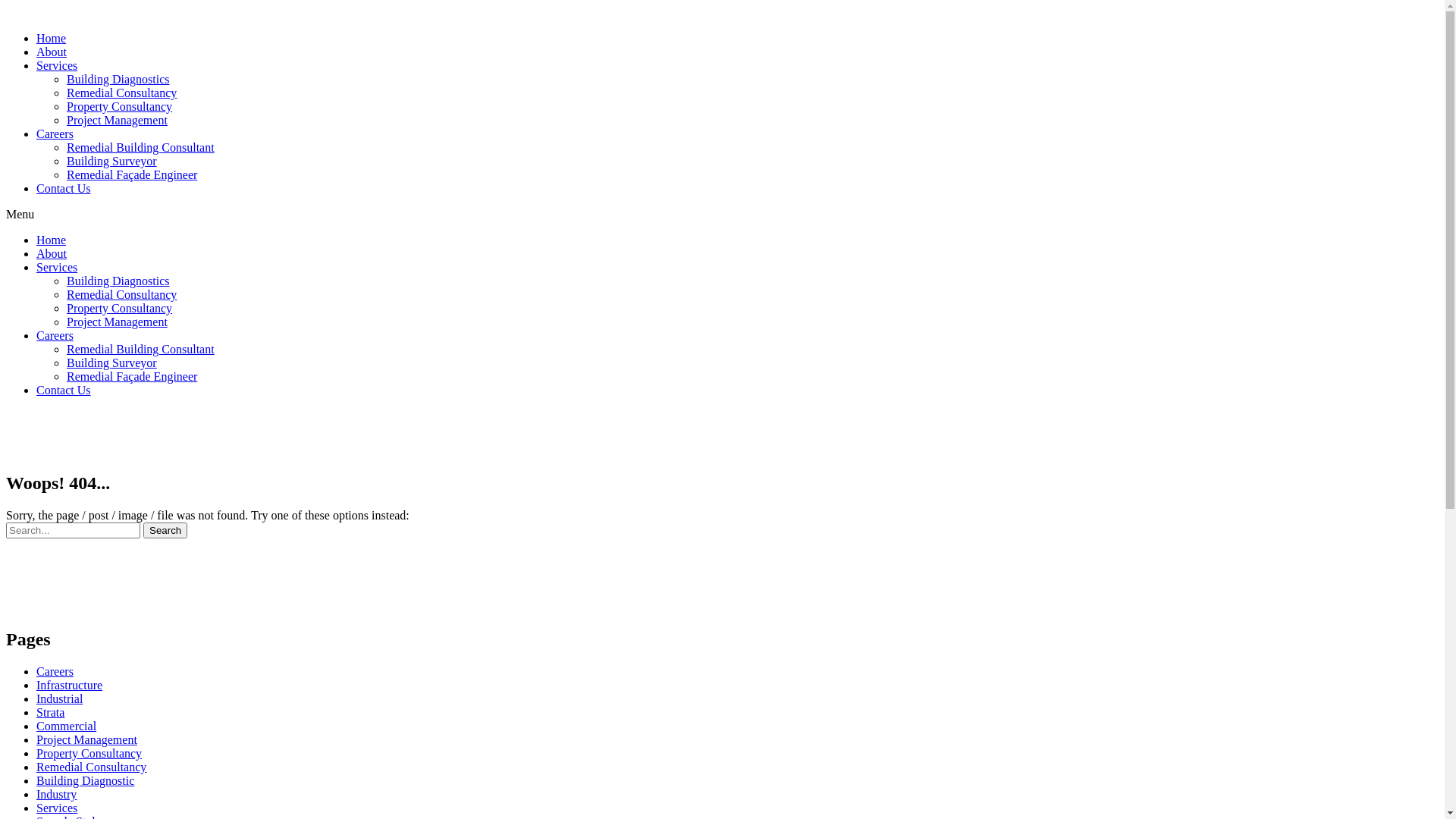 The image size is (1456, 819). Describe the element at coordinates (51, 37) in the screenshot. I see `'Home'` at that location.